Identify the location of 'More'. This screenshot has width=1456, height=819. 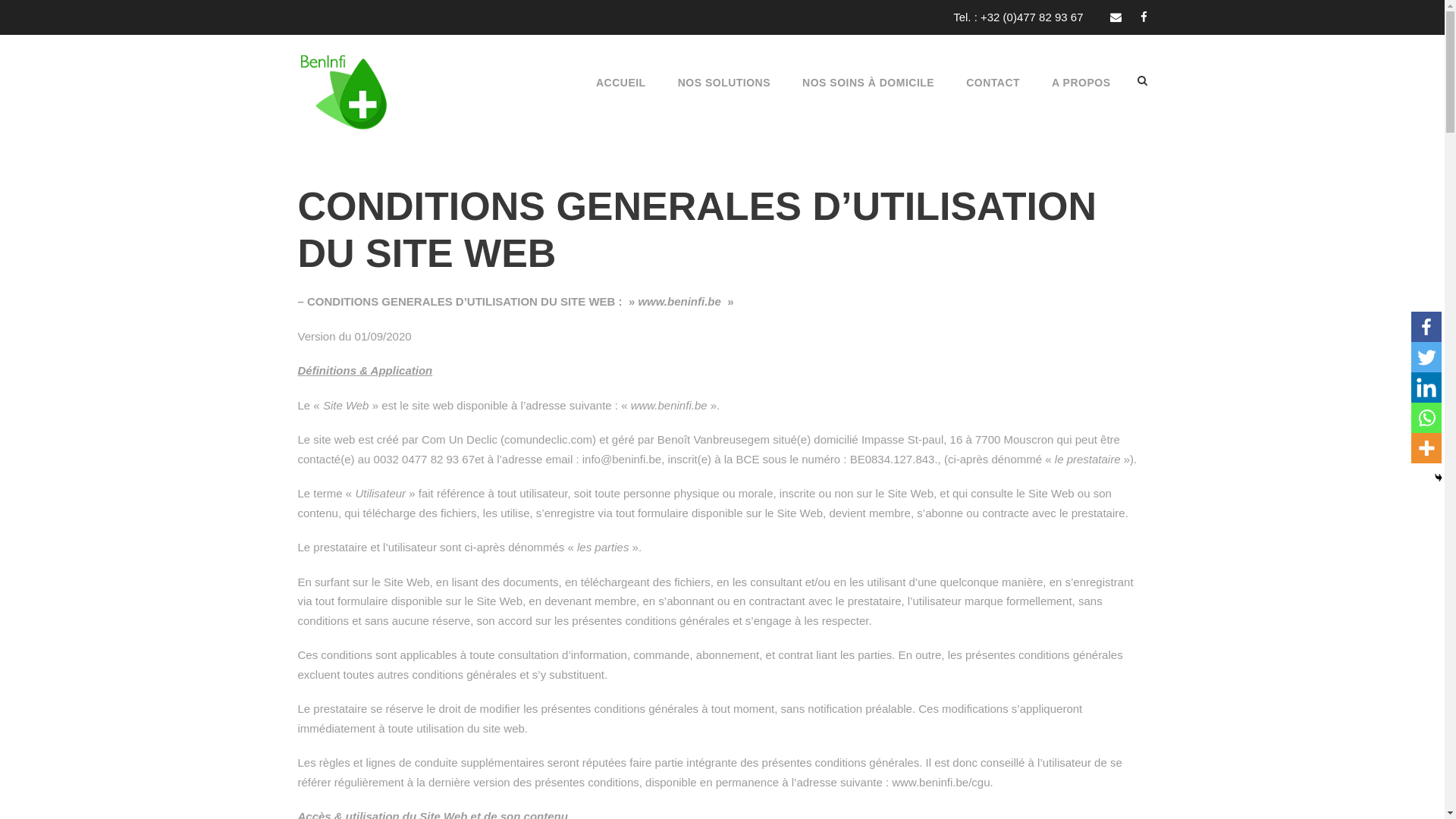
(1426, 447).